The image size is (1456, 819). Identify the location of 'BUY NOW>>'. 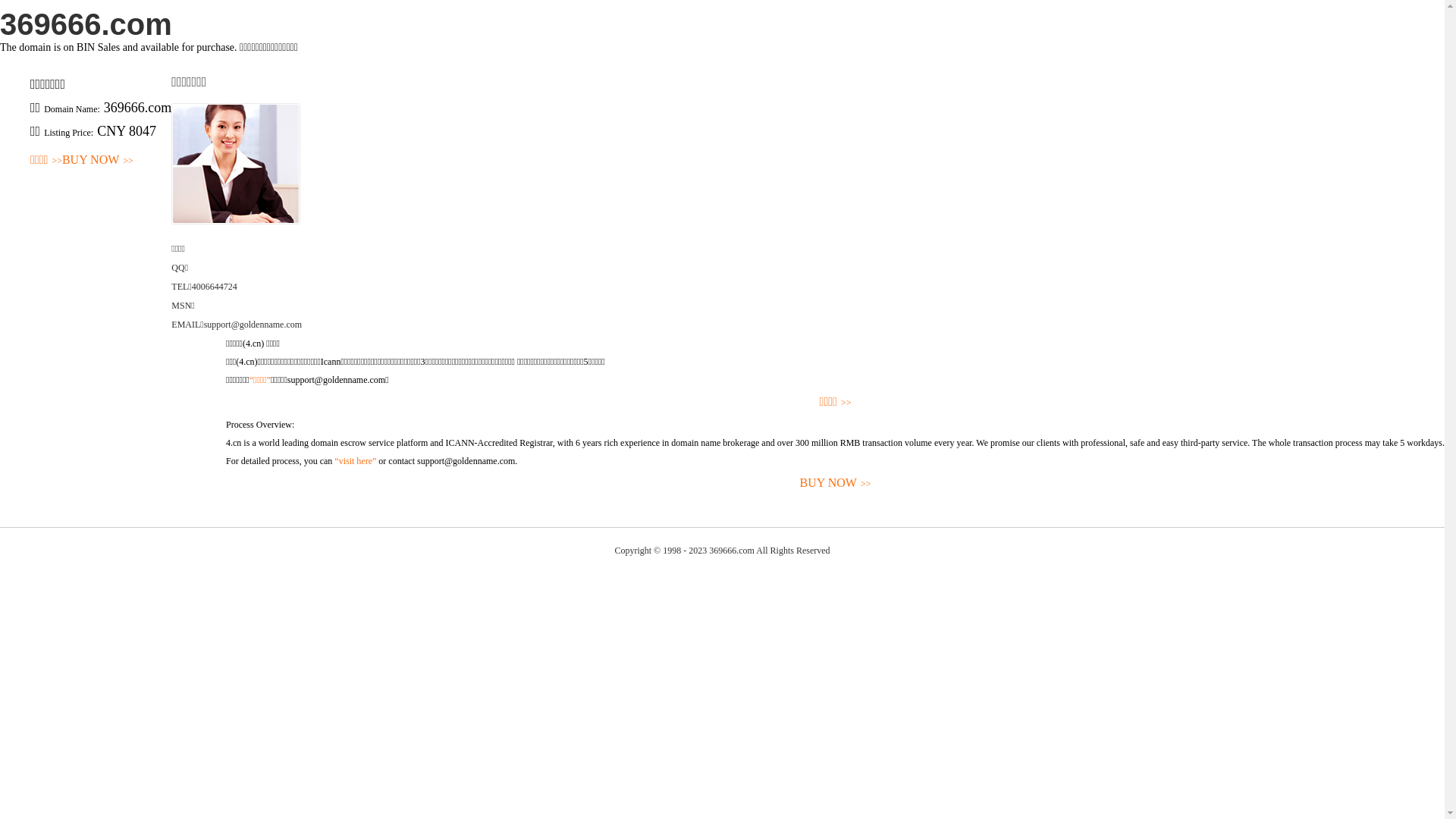
(97, 160).